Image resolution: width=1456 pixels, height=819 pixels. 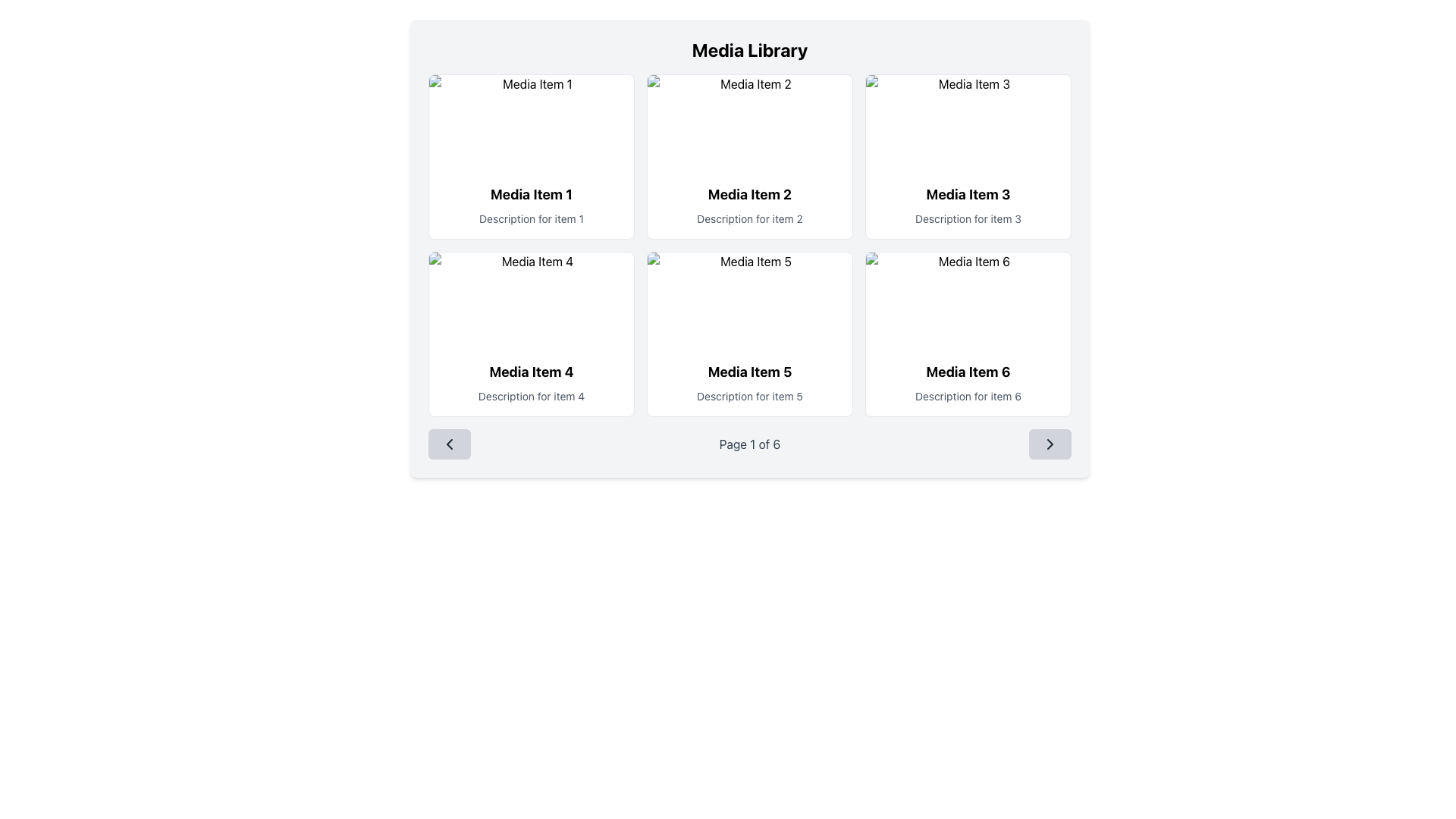 What do you see at coordinates (1050, 444) in the screenshot?
I see `the chevron-shaped button representing a rightward direction in the bottom-right corner of the media library interface` at bounding box center [1050, 444].